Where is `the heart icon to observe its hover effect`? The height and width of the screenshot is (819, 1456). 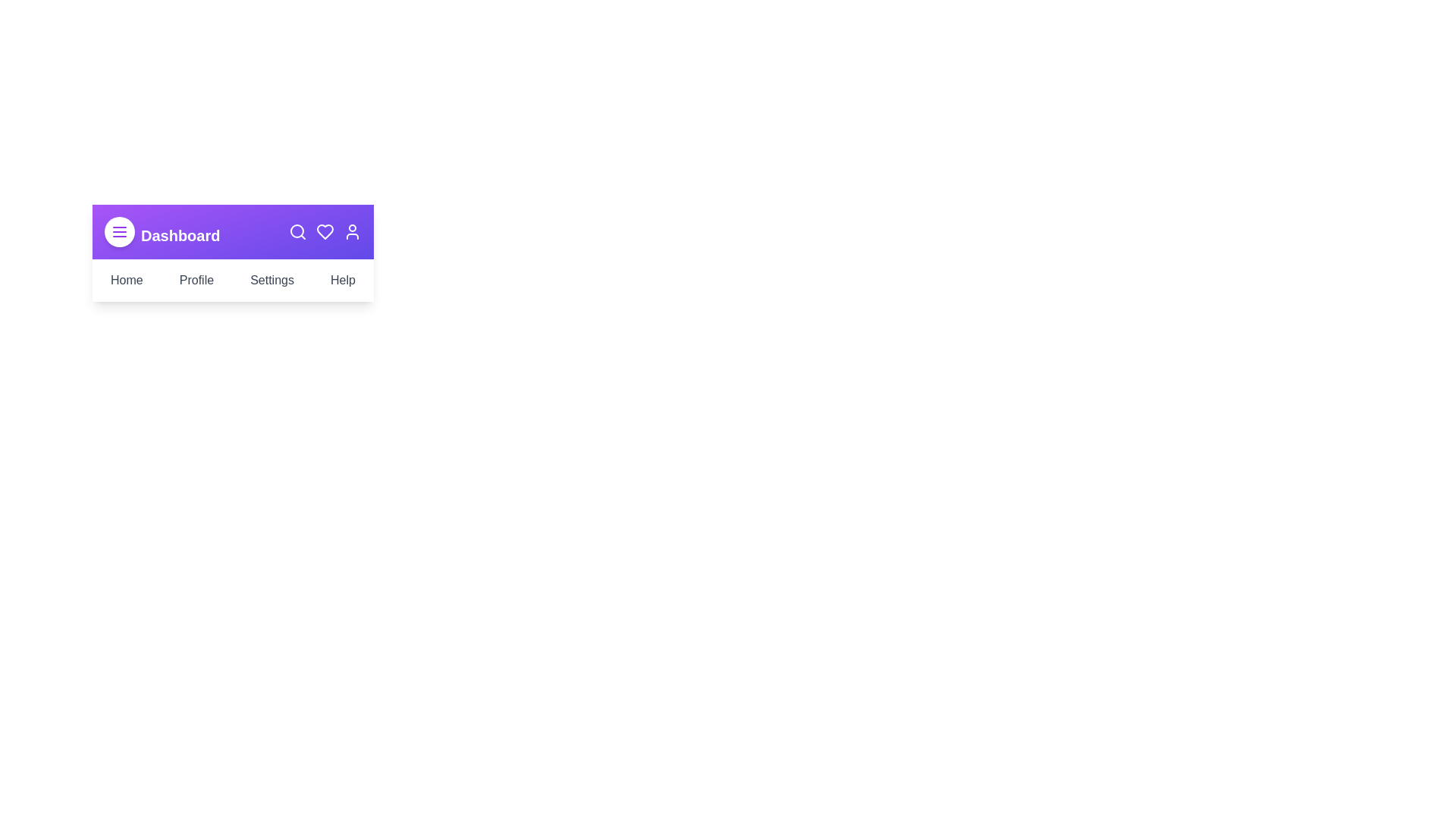 the heart icon to observe its hover effect is located at coordinates (324, 231).